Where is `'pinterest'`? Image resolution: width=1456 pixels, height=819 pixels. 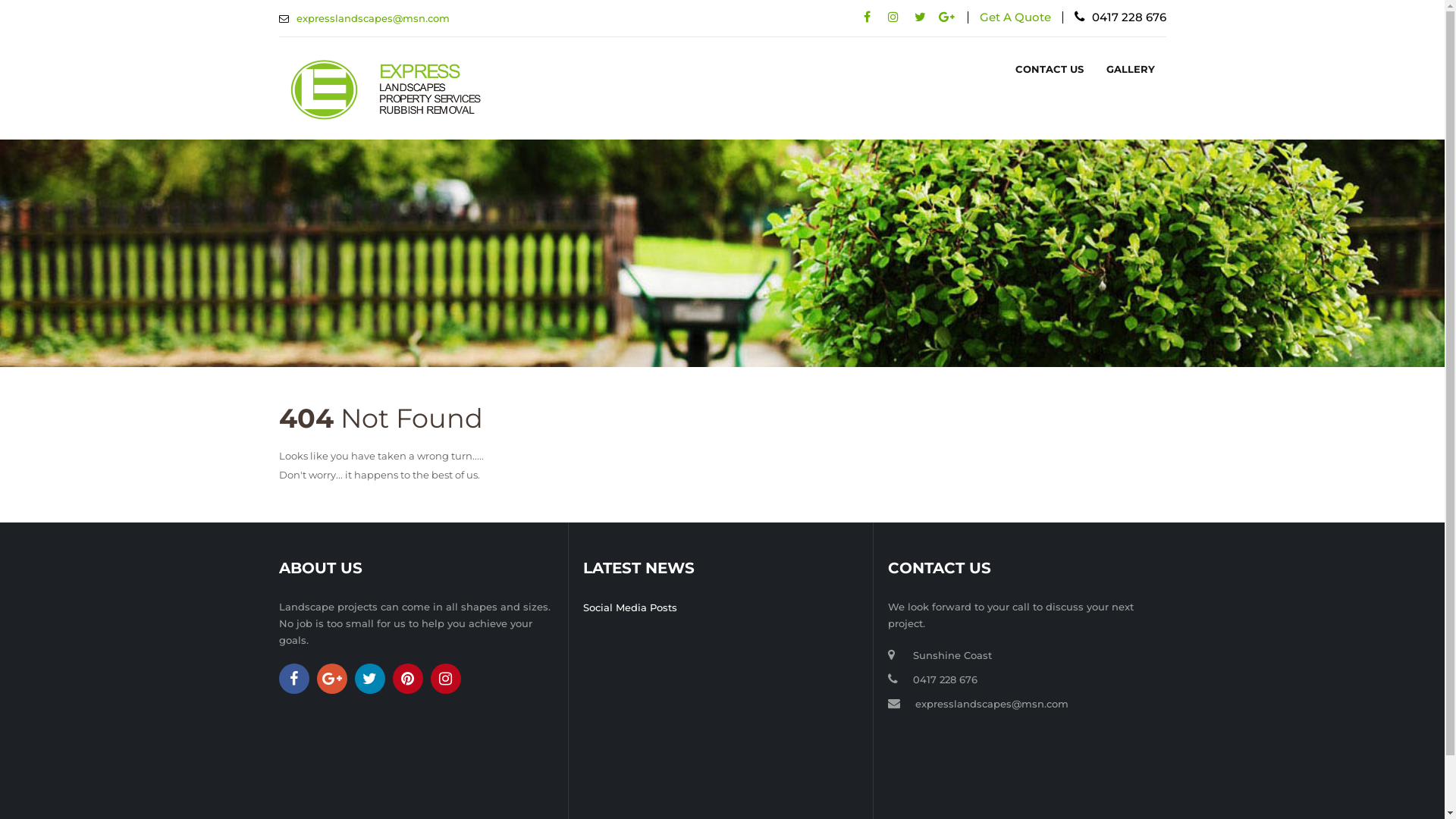 'pinterest' is located at coordinates (407, 677).